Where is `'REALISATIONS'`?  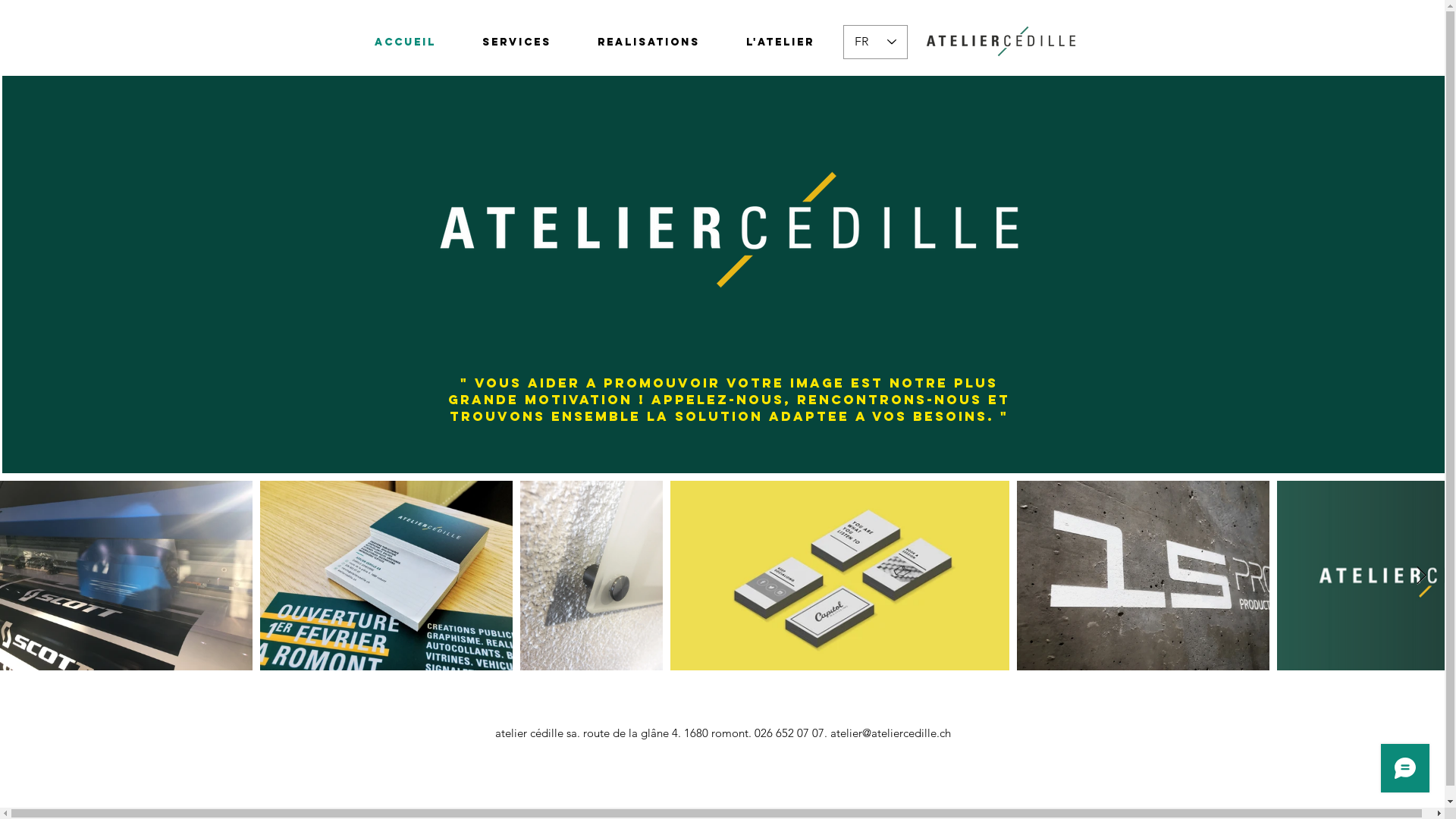 'REALISATIONS' is located at coordinates (648, 42).